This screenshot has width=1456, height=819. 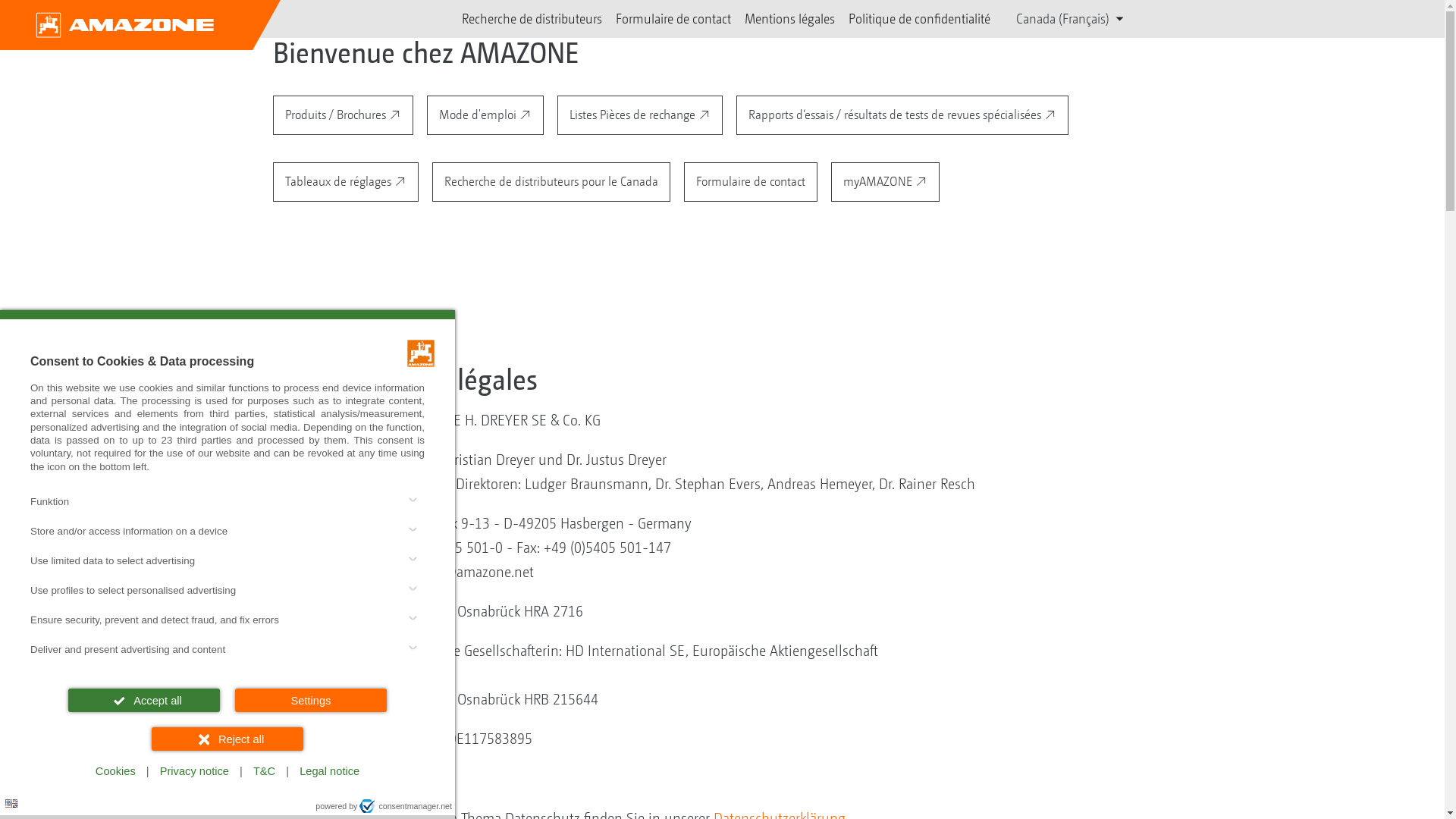 What do you see at coordinates (144, 700) in the screenshot?
I see `'Accept all'` at bounding box center [144, 700].